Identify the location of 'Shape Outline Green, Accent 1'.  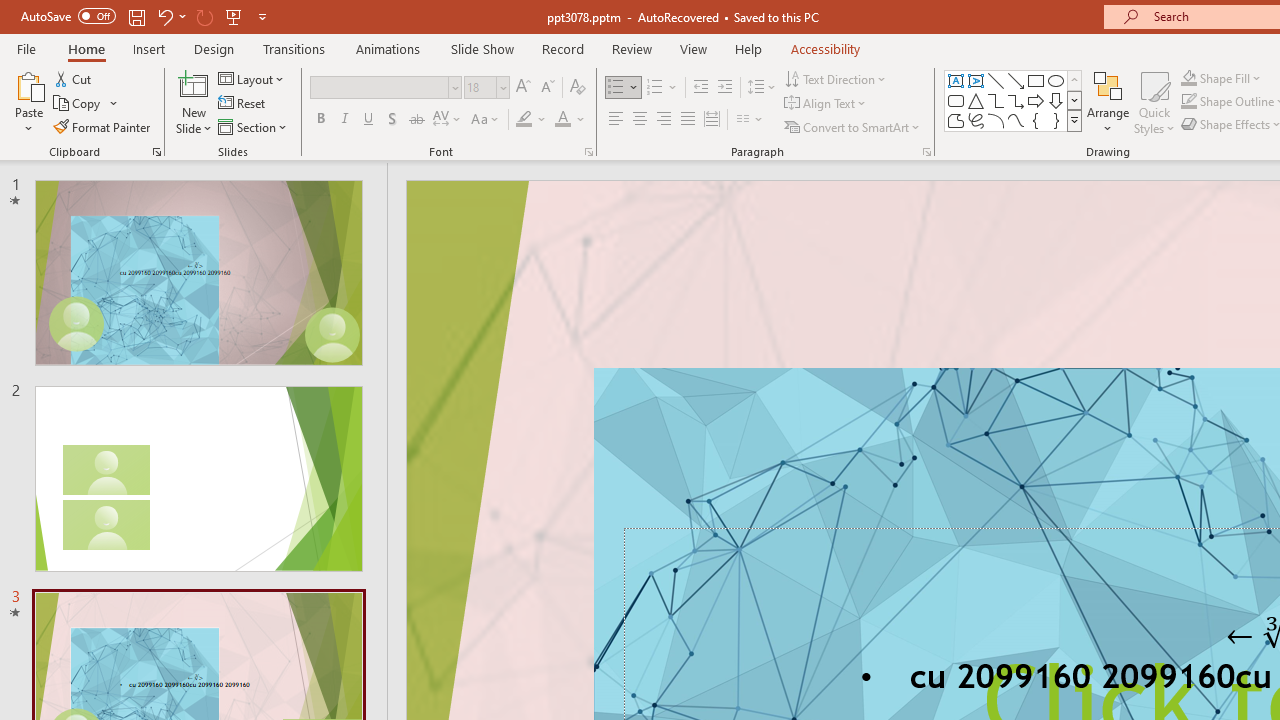
(1189, 101).